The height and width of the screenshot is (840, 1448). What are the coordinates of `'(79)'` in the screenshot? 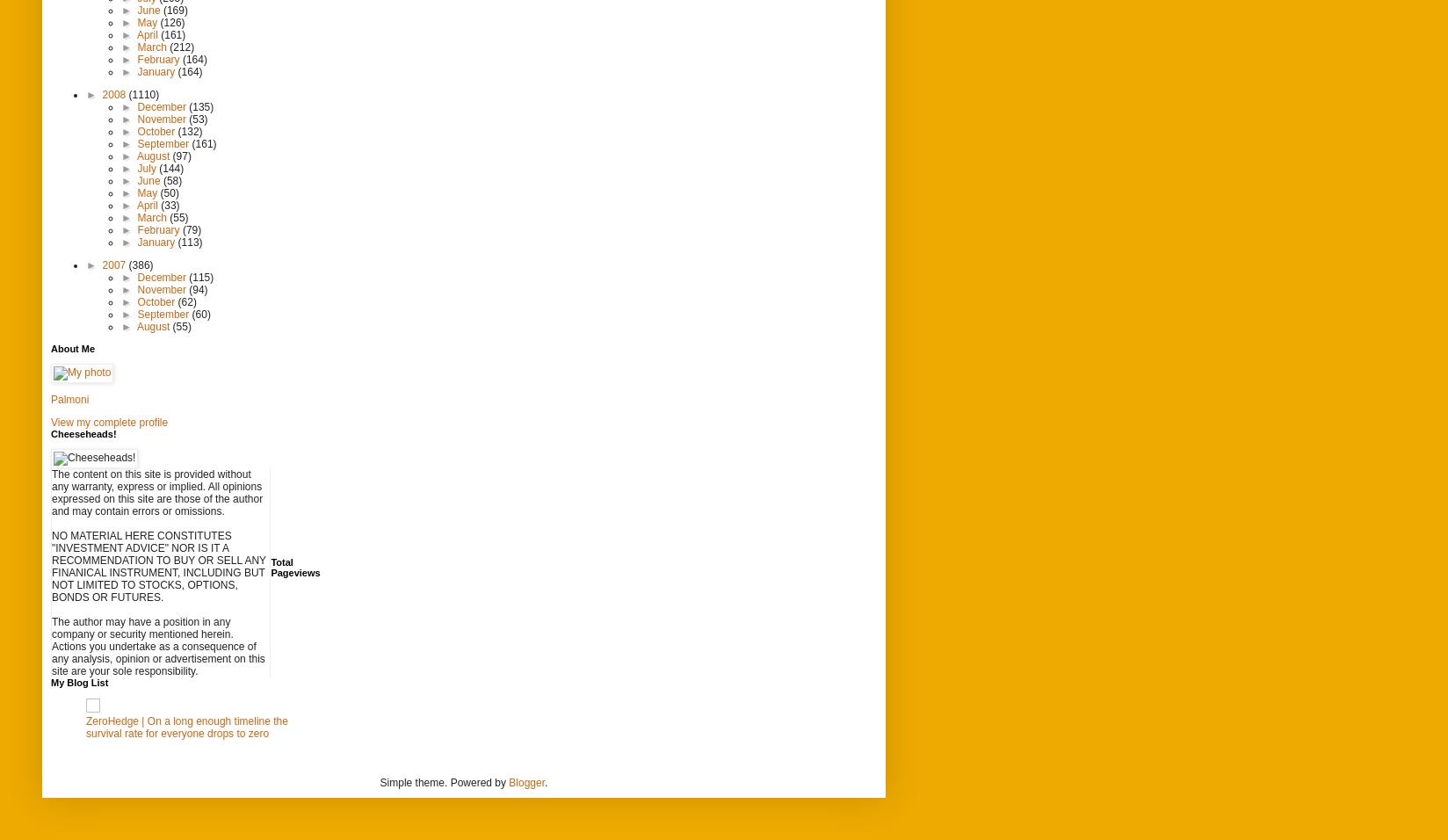 It's located at (191, 228).